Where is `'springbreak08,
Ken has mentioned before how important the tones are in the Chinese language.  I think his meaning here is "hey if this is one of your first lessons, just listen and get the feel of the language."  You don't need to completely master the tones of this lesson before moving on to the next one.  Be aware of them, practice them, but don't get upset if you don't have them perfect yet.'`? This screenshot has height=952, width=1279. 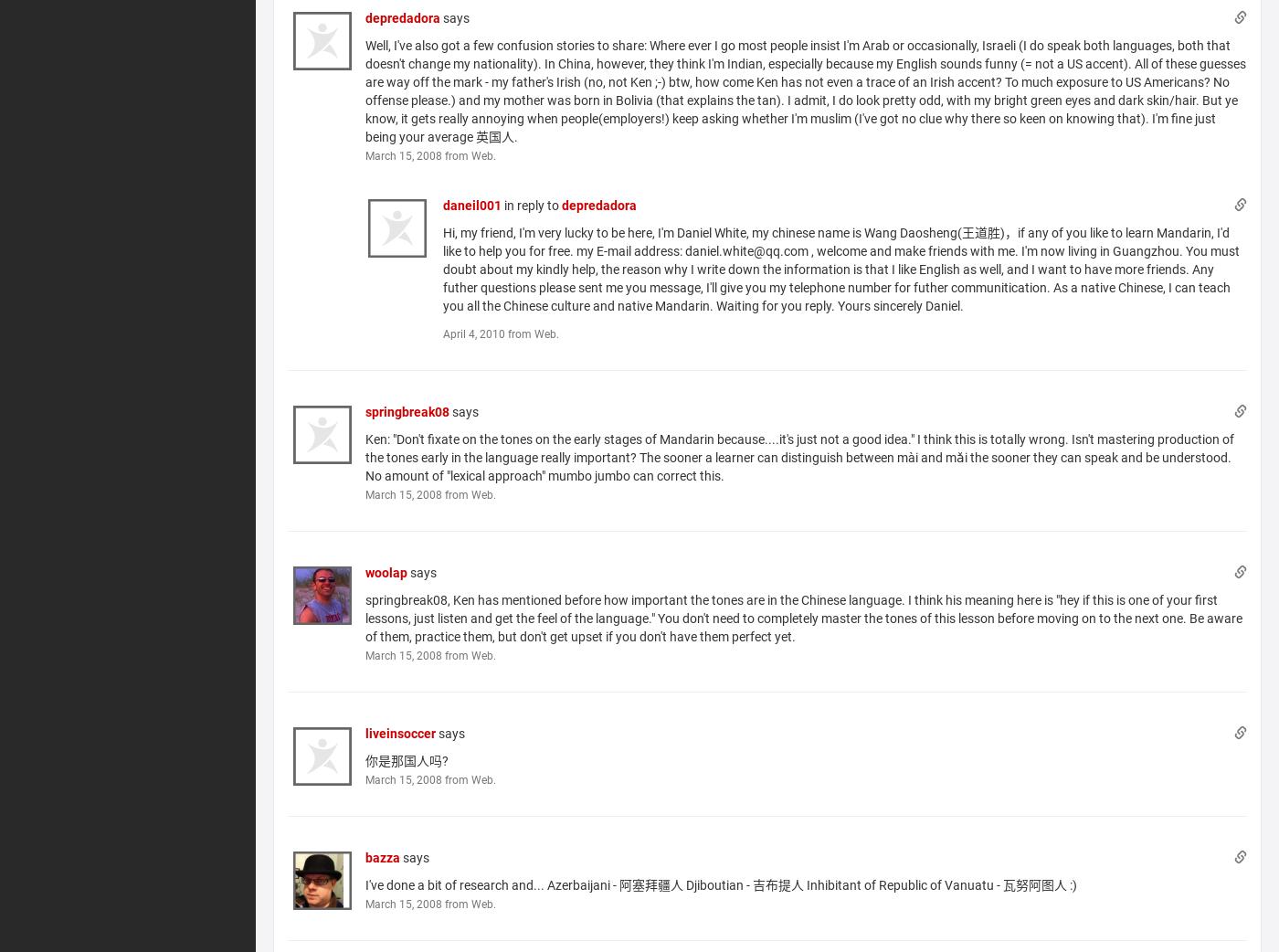 'springbreak08,
Ken has mentioned before how important the tones are in the Chinese language.  I think his meaning here is "hey if this is one of your first lessons, just listen and get the feel of the language."  You don't need to completely master the tones of this lesson before moving on to the next one.  Be aware of them, practice them, but don't get upset if you don't have them perfect yet.' is located at coordinates (364, 618).